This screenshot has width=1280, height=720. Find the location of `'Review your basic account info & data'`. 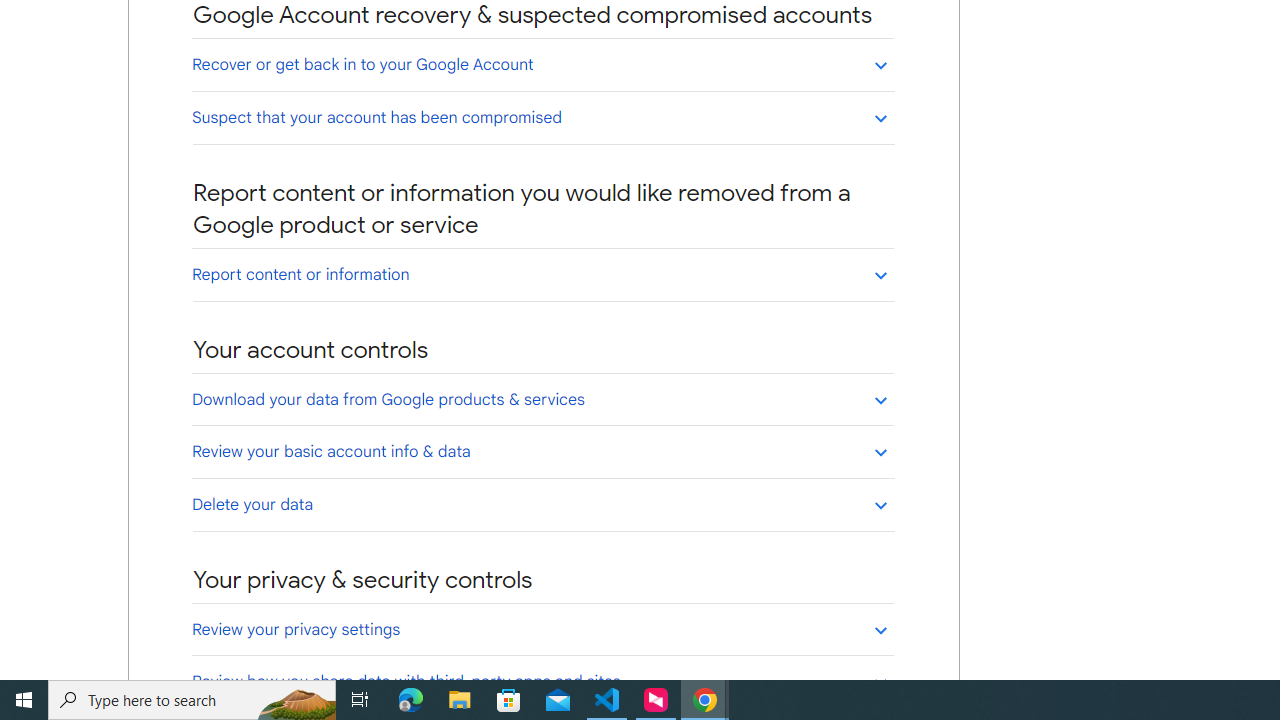

'Review your basic account info & data' is located at coordinates (542, 451).